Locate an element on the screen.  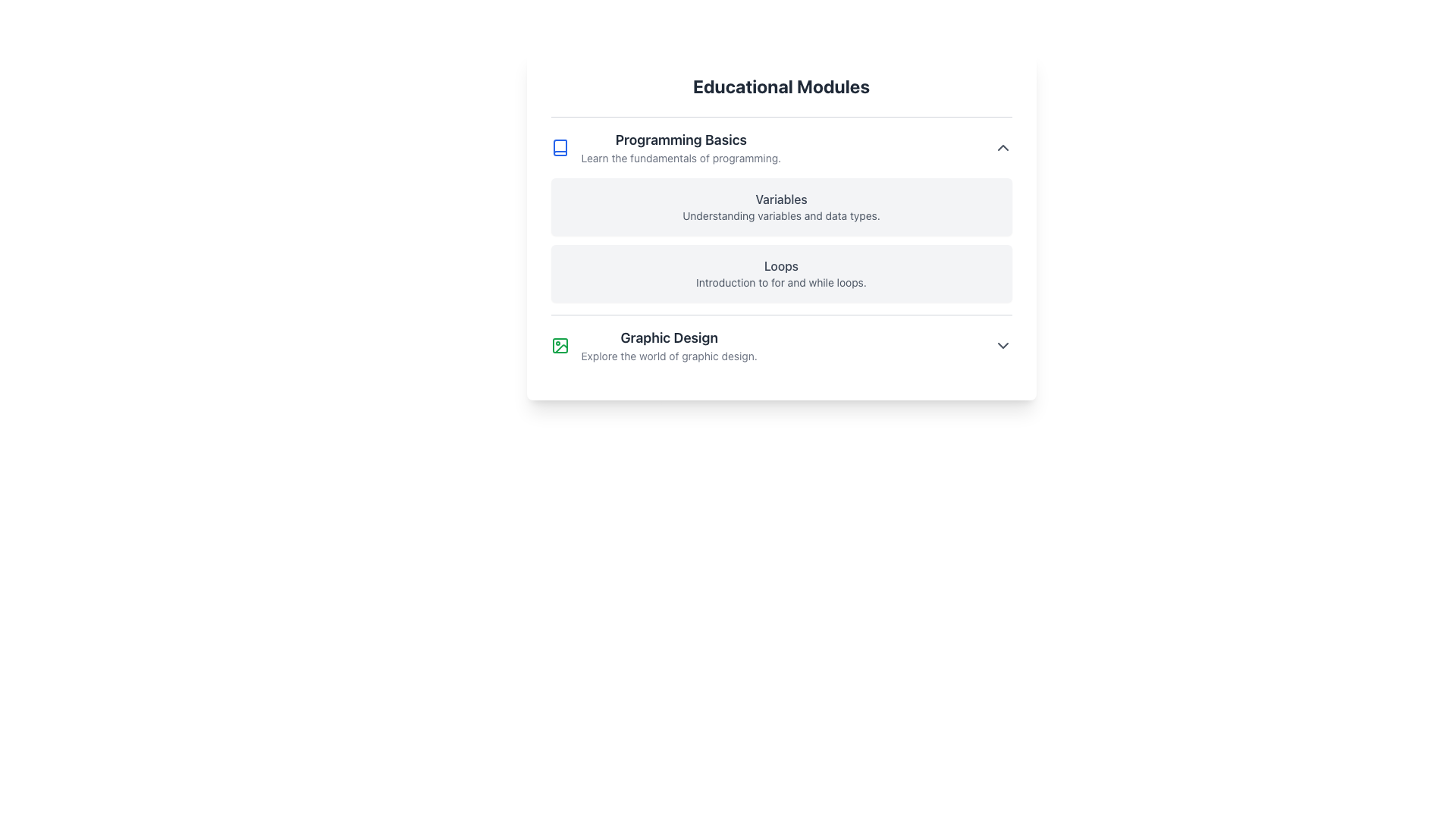
the text label displaying 'Variables', which is located at the top-center of the educational module card with a light gray background is located at coordinates (781, 198).